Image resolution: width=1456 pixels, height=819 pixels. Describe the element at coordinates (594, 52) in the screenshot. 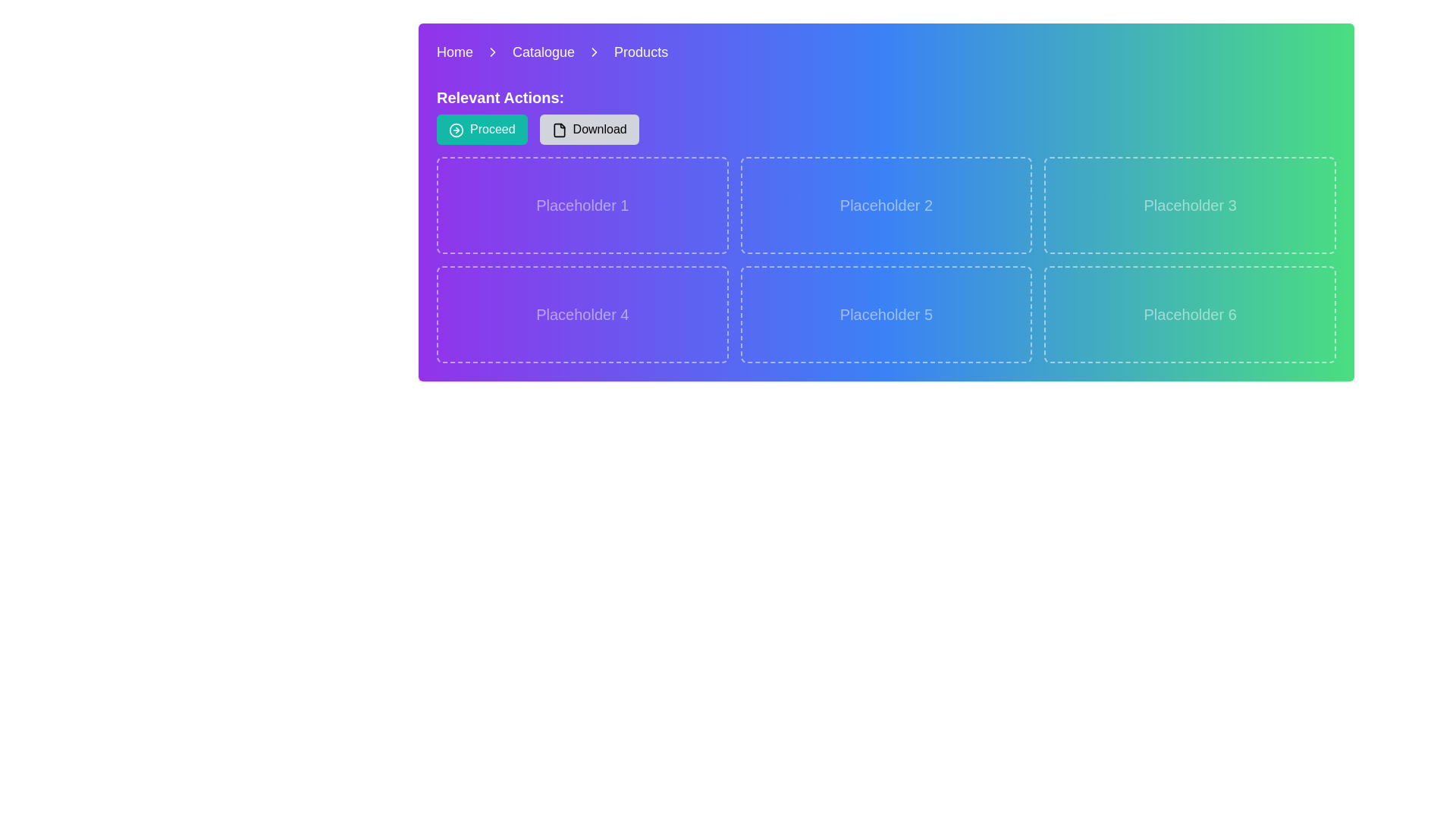

I see `the SVG graphical element representing the chevron arrow located between the 'Catalogue' and 'Products' breadcrumb links in the top navigation bar` at that location.